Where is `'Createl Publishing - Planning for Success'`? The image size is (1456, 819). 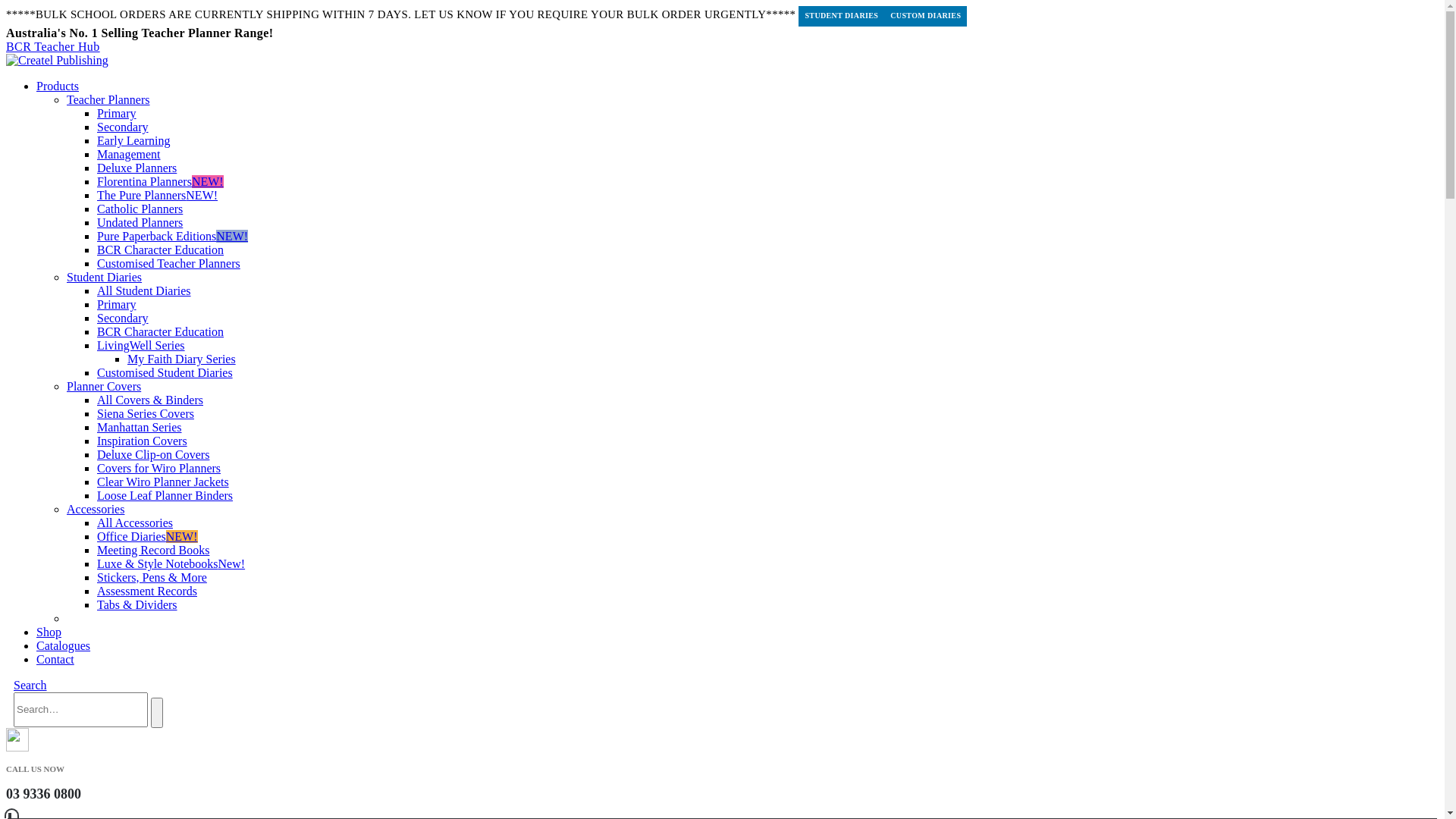 'Createl Publishing - Planning for Success' is located at coordinates (57, 59).